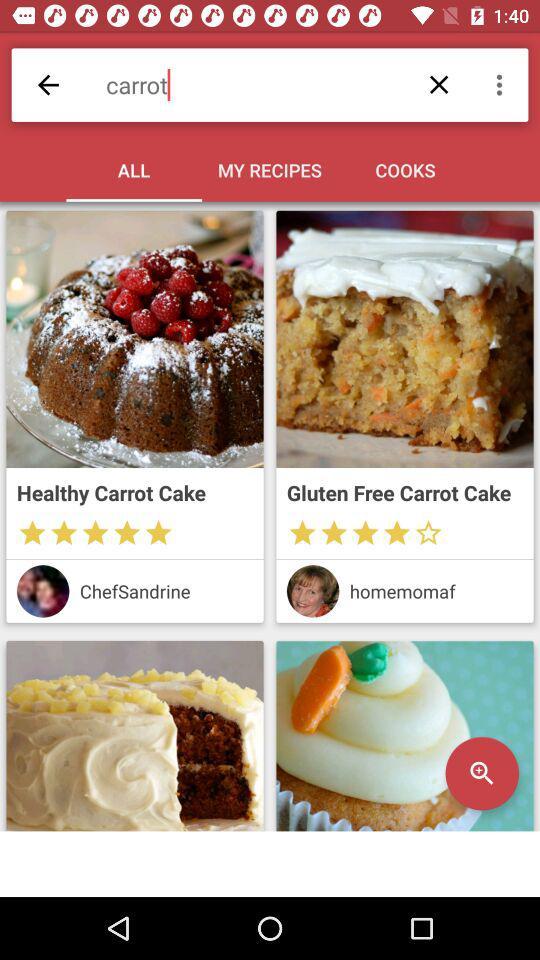  I want to click on back, so click(48, 85).